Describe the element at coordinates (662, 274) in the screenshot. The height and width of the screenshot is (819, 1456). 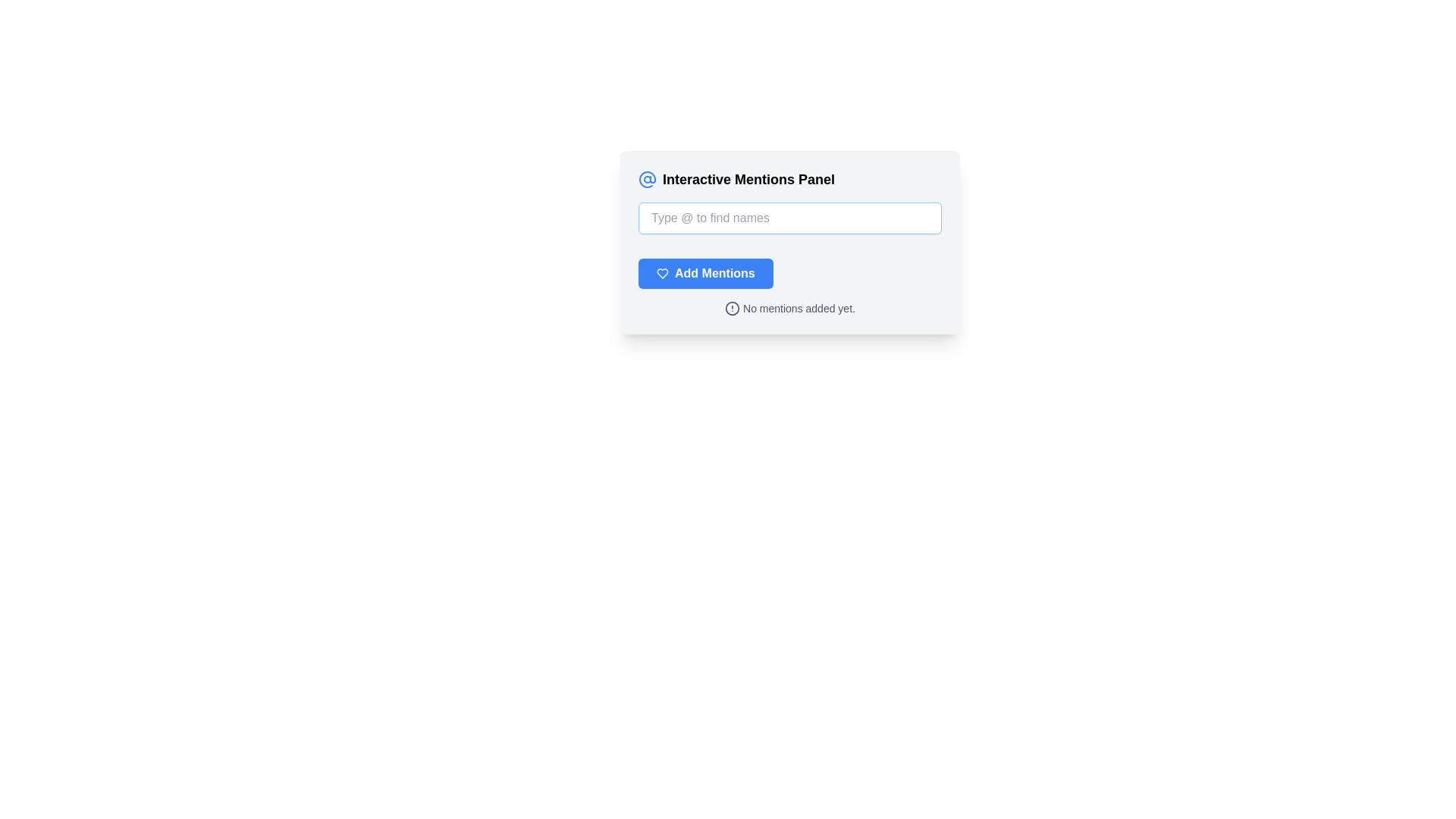
I see `the heart symbol icon located to the left of the 'Add Mentions' button, indicating a favoriting or liking action` at that location.